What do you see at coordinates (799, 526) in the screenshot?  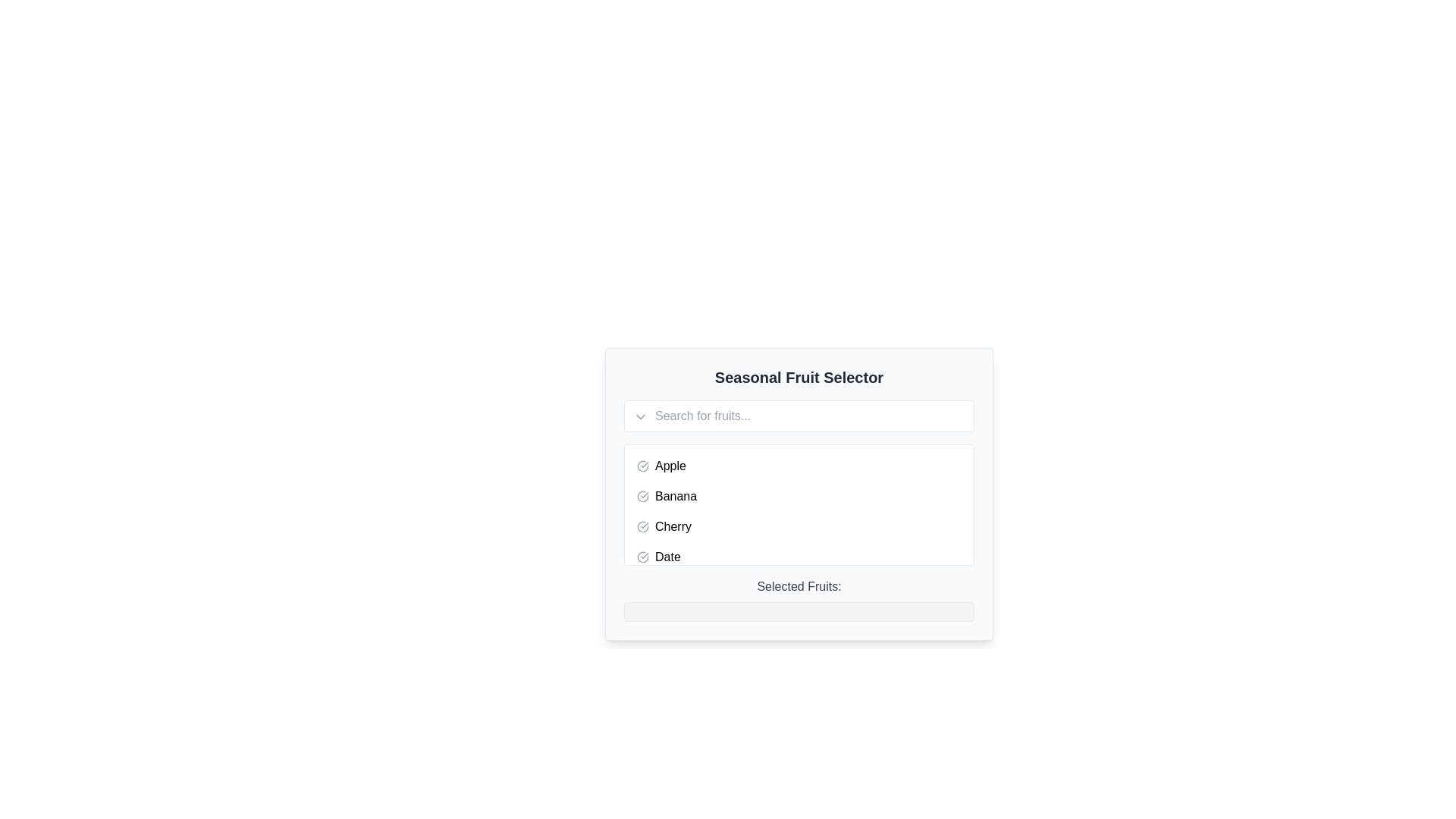 I see `the selectable list item labeled 'Cherry', which is the third item in the fruit list` at bounding box center [799, 526].